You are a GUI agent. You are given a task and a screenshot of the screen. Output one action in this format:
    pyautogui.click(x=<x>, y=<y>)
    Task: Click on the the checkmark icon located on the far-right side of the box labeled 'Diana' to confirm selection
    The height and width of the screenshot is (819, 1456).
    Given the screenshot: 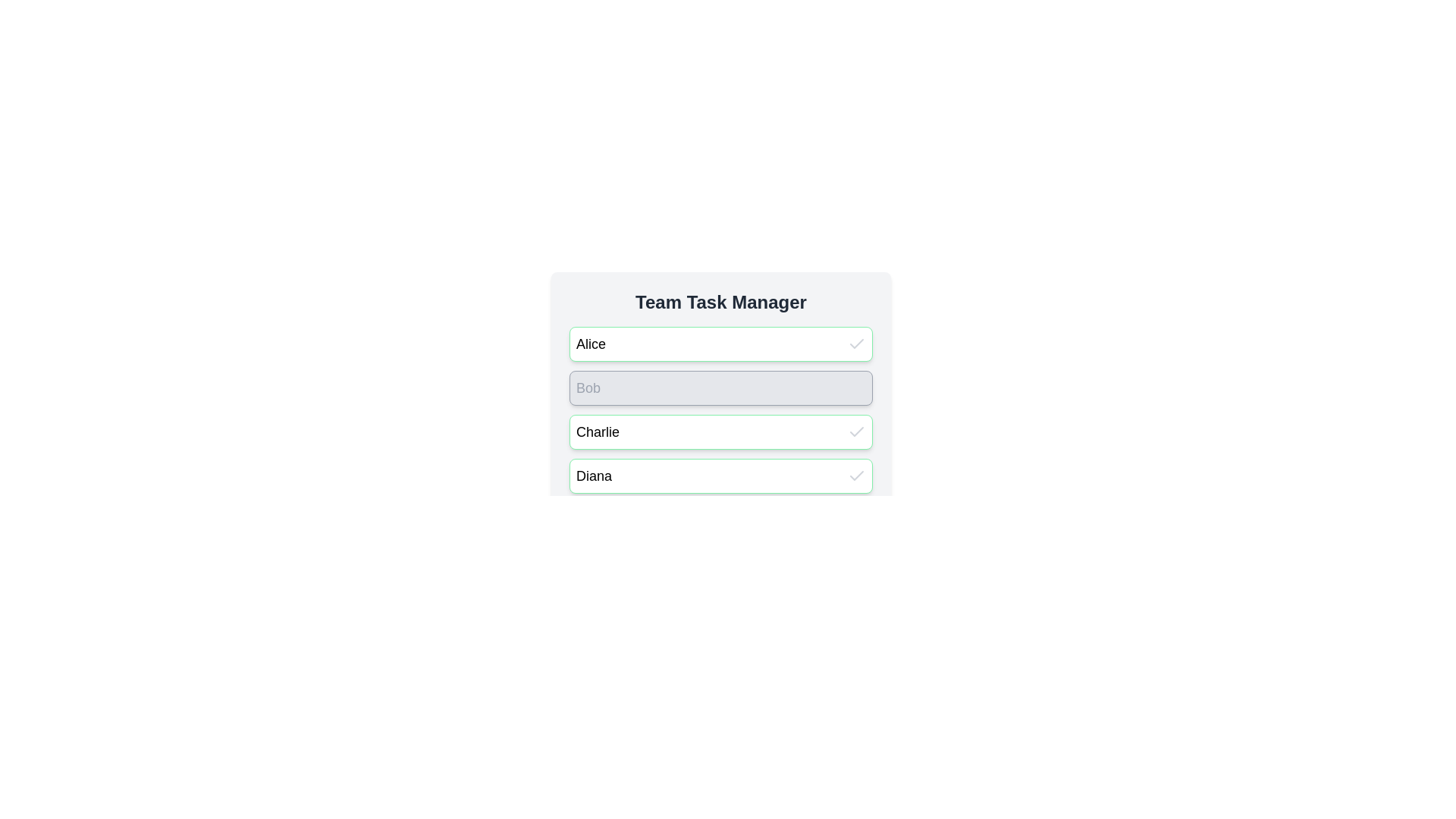 What is the action you would take?
    pyautogui.click(x=856, y=475)
    